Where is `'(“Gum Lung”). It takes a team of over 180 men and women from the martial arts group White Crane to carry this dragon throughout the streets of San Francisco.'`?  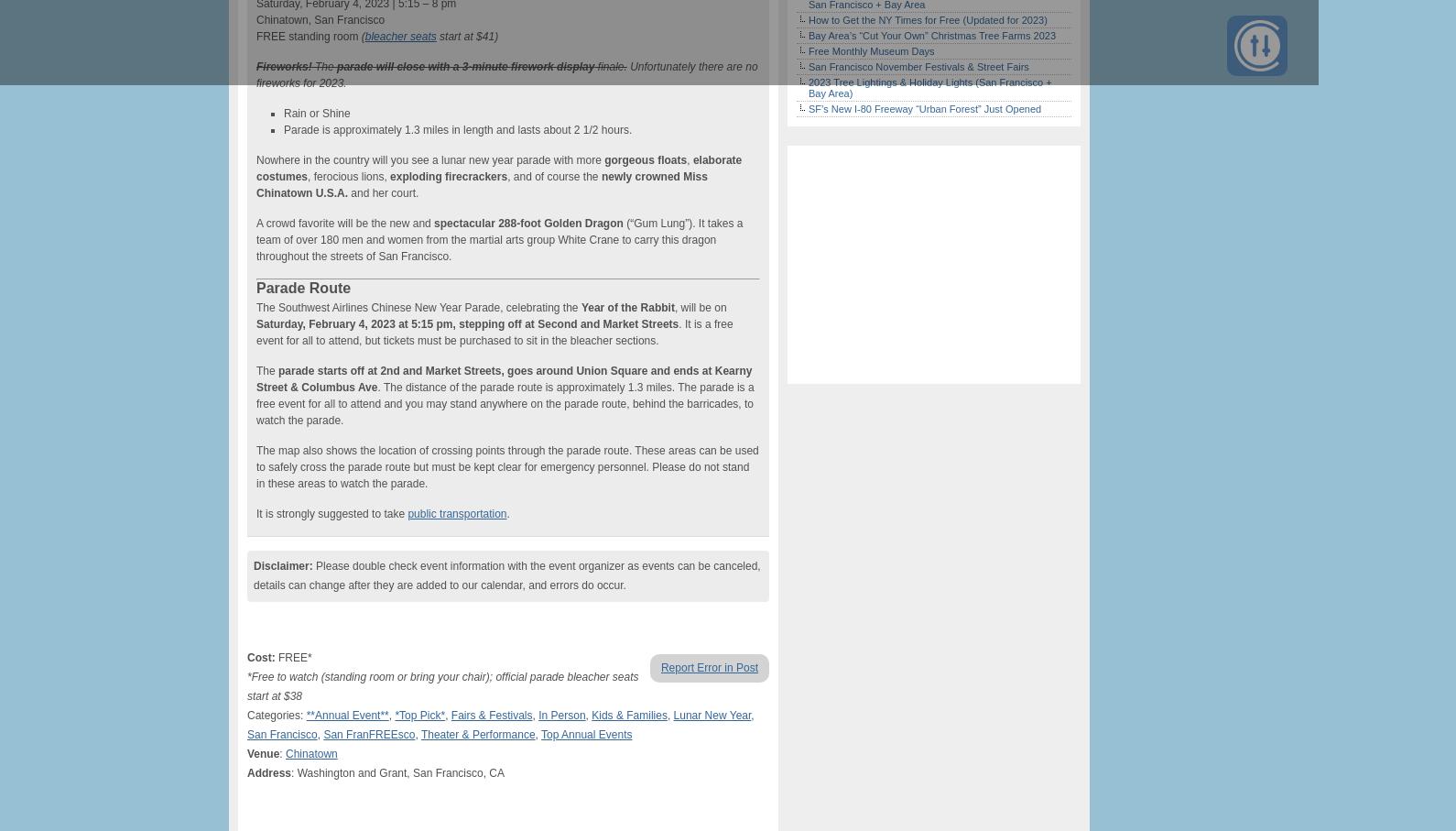 '(“Gum Lung”). It takes a team of over 180 men and women from the martial arts group White Crane to carry this dragon throughout the streets of San Francisco.' is located at coordinates (499, 239).